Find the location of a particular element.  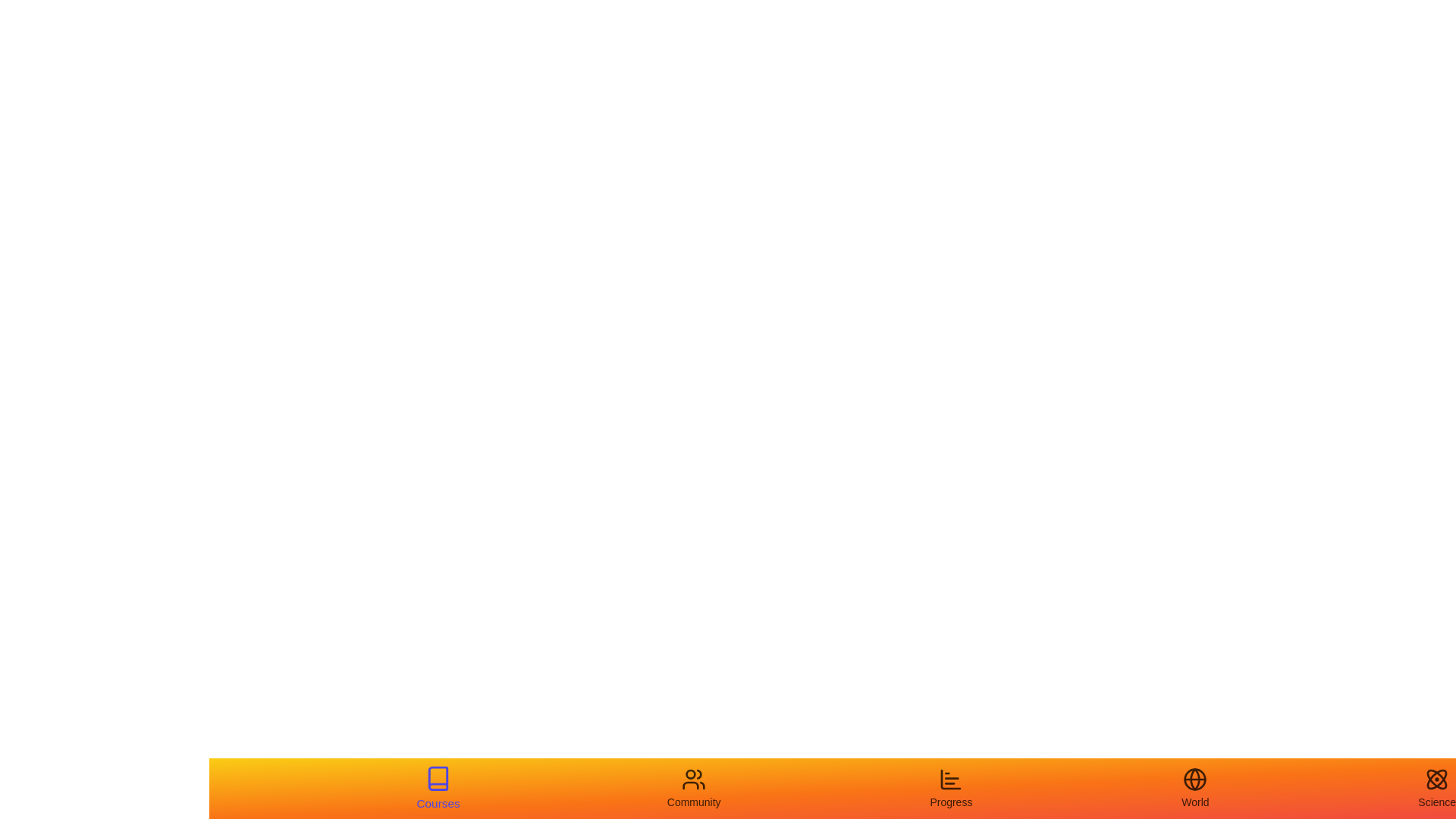

the tab labeled World is located at coordinates (1194, 788).